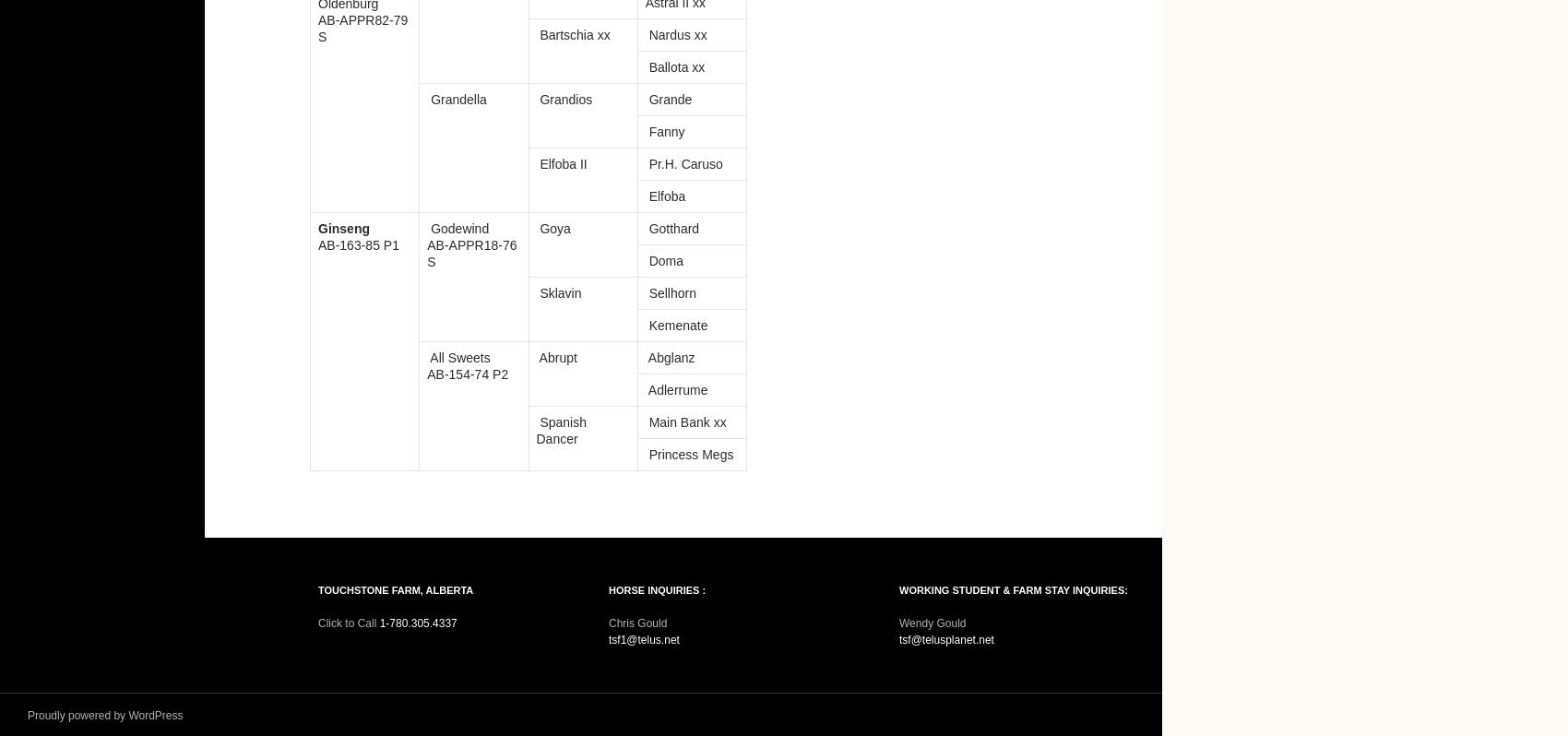  What do you see at coordinates (104, 715) in the screenshot?
I see `'Proudly powered by WordPress'` at bounding box center [104, 715].